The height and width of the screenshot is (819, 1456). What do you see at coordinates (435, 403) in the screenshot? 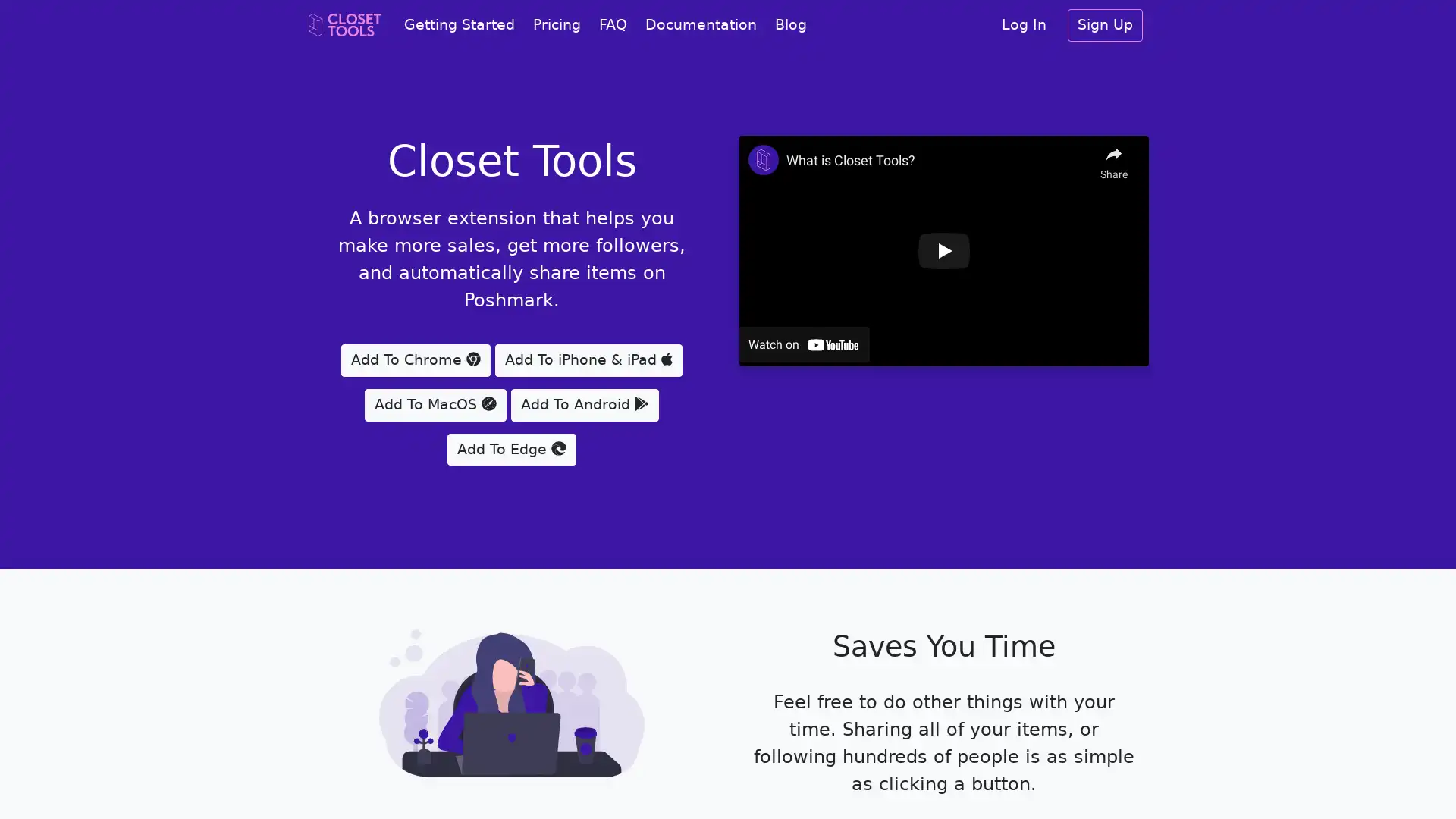
I see `Add To MacOS` at bounding box center [435, 403].